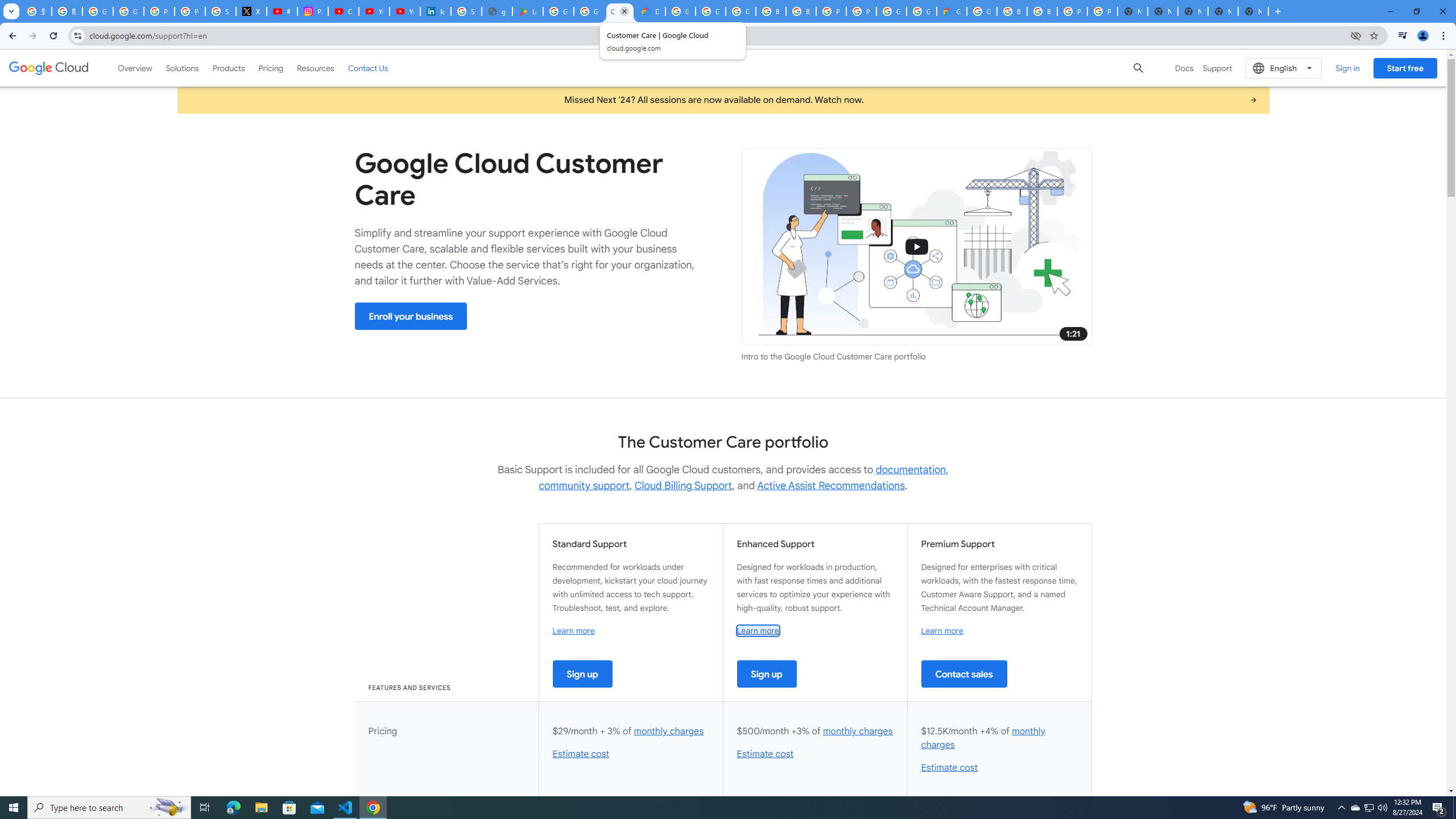 The height and width of the screenshot is (819, 1456). I want to click on 'Estimate cost', so click(949, 767).